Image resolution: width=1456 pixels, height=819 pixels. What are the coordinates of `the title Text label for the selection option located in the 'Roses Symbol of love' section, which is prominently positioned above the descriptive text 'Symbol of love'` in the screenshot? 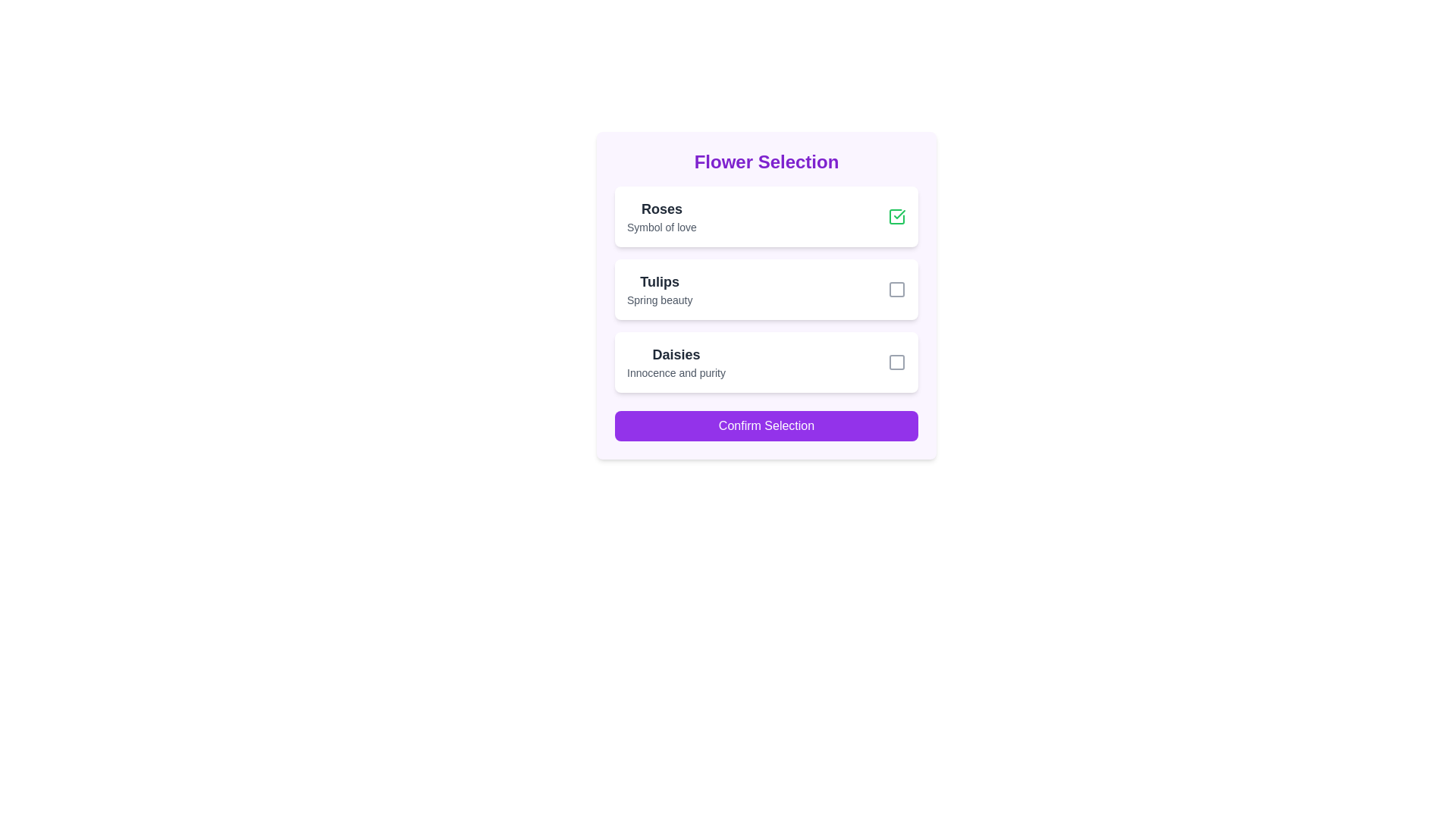 It's located at (661, 209).